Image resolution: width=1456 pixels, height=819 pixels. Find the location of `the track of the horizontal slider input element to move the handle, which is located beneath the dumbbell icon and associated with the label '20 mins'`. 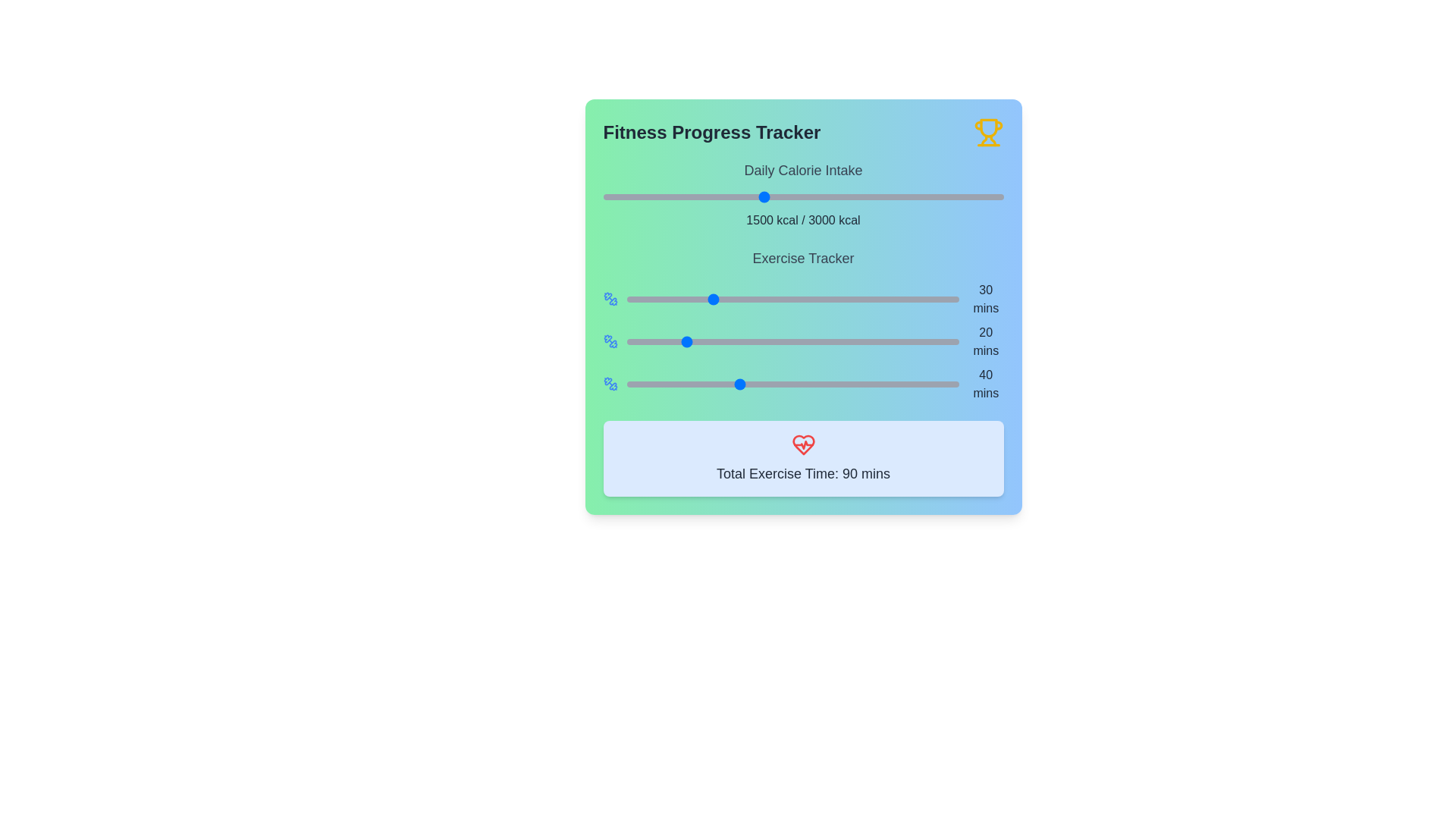

the track of the horizontal slider input element to move the handle, which is located beneath the dumbbell icon and associated with the label '20 mins' is located at coordinates (792, 342).